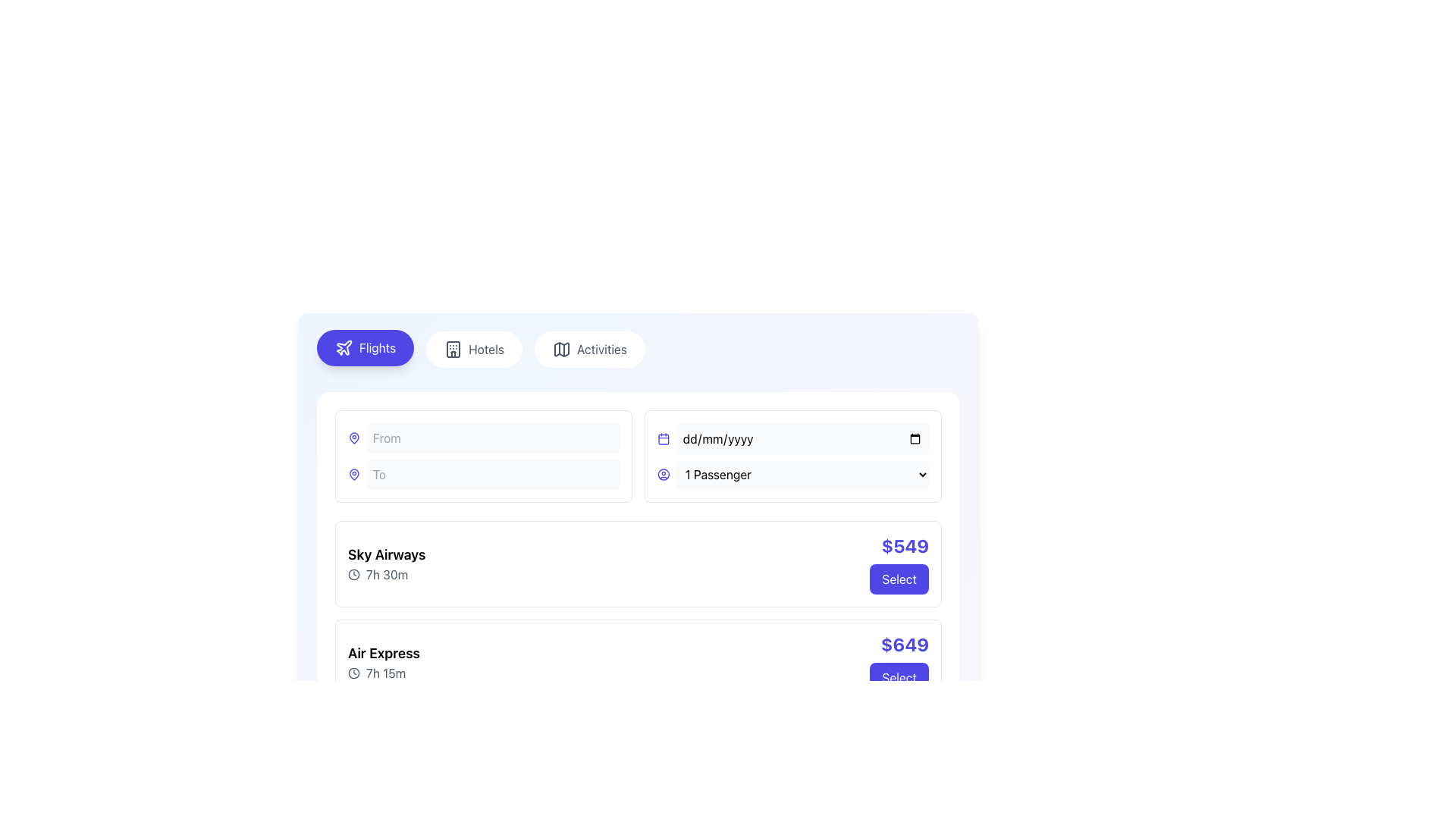 This screenshot has width=1456, height=819. I want to click on the details of the rating display component located next to 'Sky Airways' and above 'Air Express', which shows the flight rating score with a star icon, so click(526, 564).